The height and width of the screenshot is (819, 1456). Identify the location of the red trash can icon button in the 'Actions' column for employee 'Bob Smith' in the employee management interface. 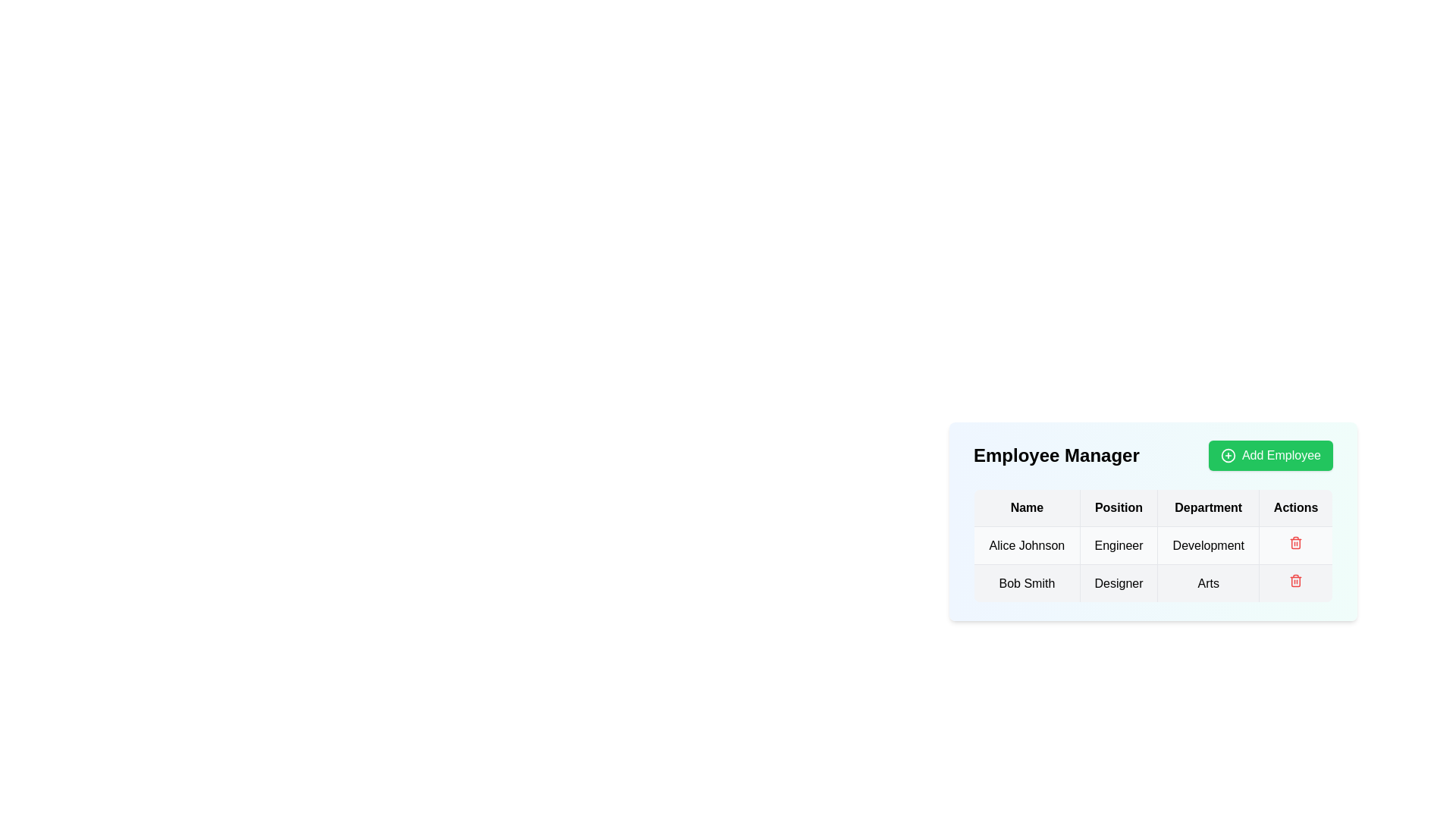
(1295, 582).